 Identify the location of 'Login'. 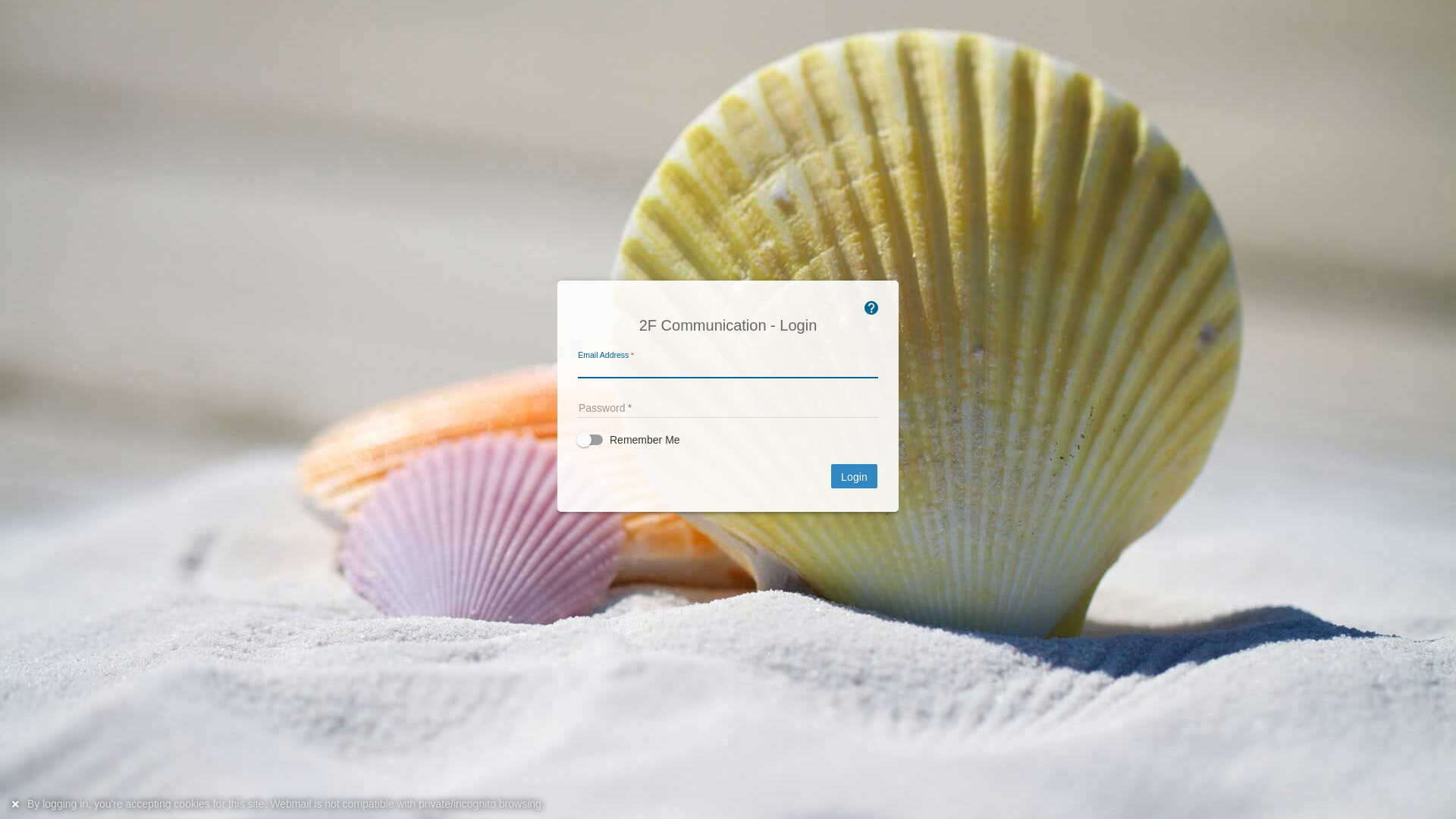
(830, 475).